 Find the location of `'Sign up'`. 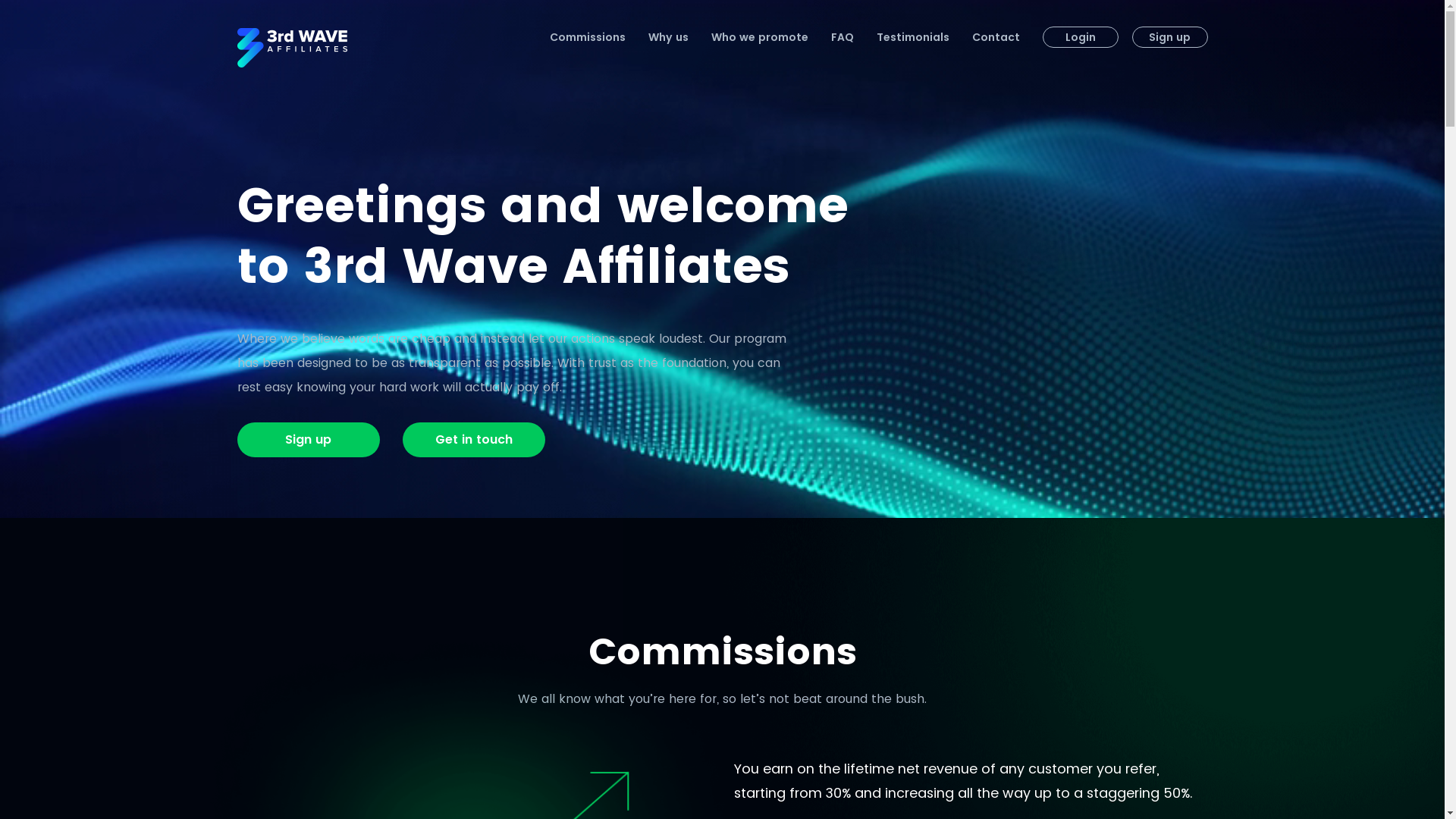

'Sign up' is located at coordinates (1131, 36).